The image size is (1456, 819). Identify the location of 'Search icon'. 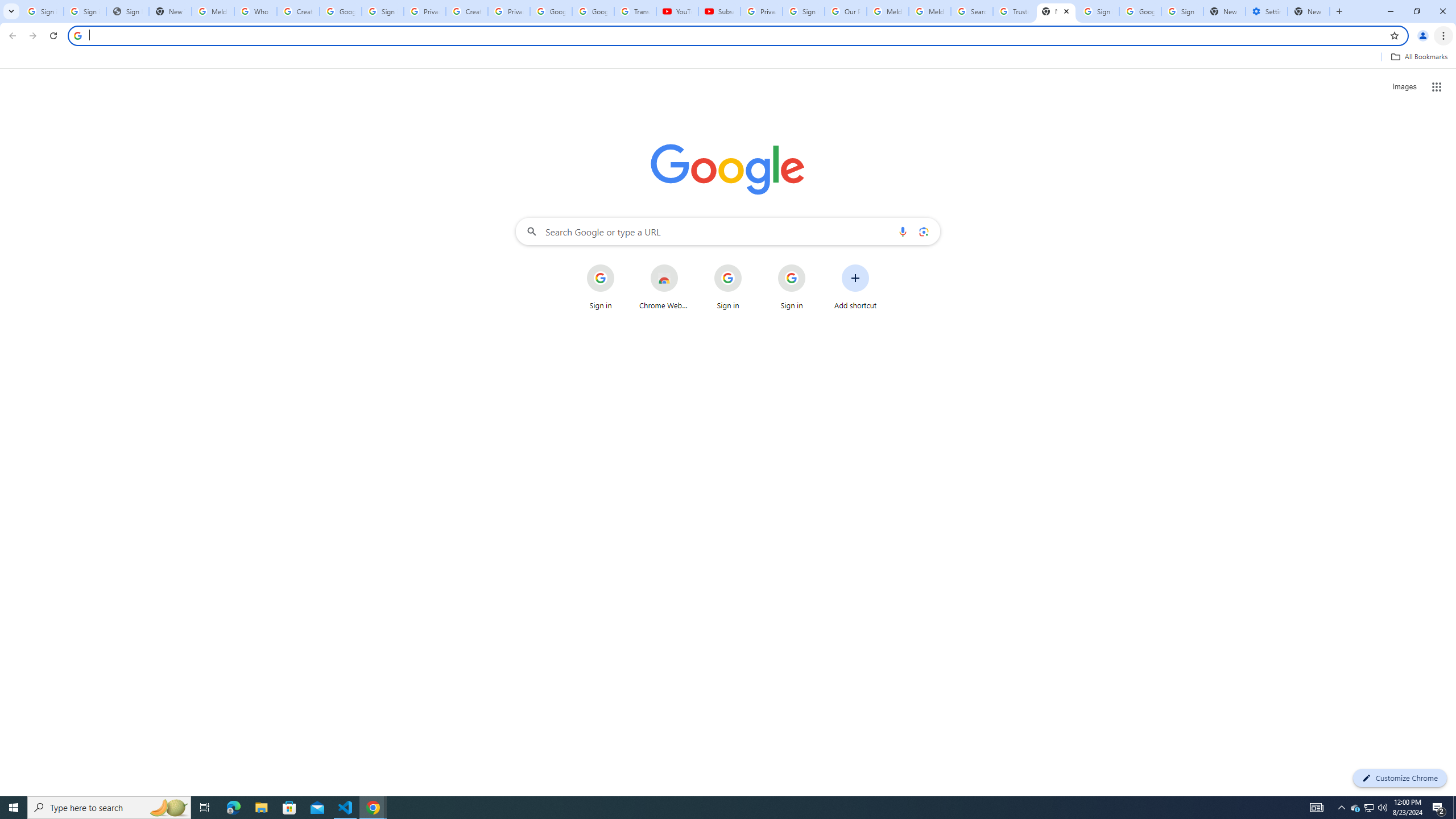
(77, 35).